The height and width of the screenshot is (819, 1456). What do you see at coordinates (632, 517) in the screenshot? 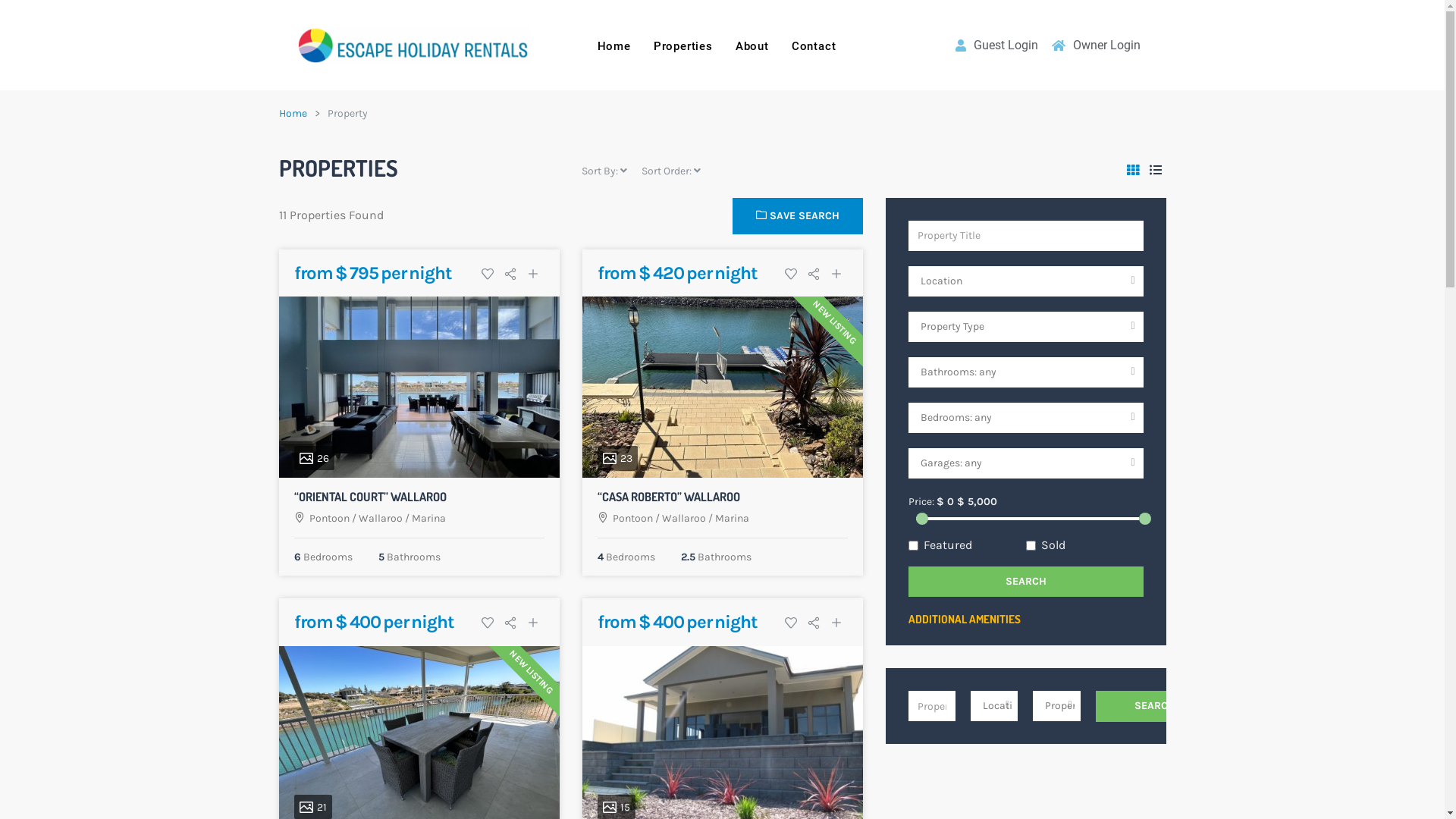
I see `'Pontoon'` at bounding box center [632, 517].